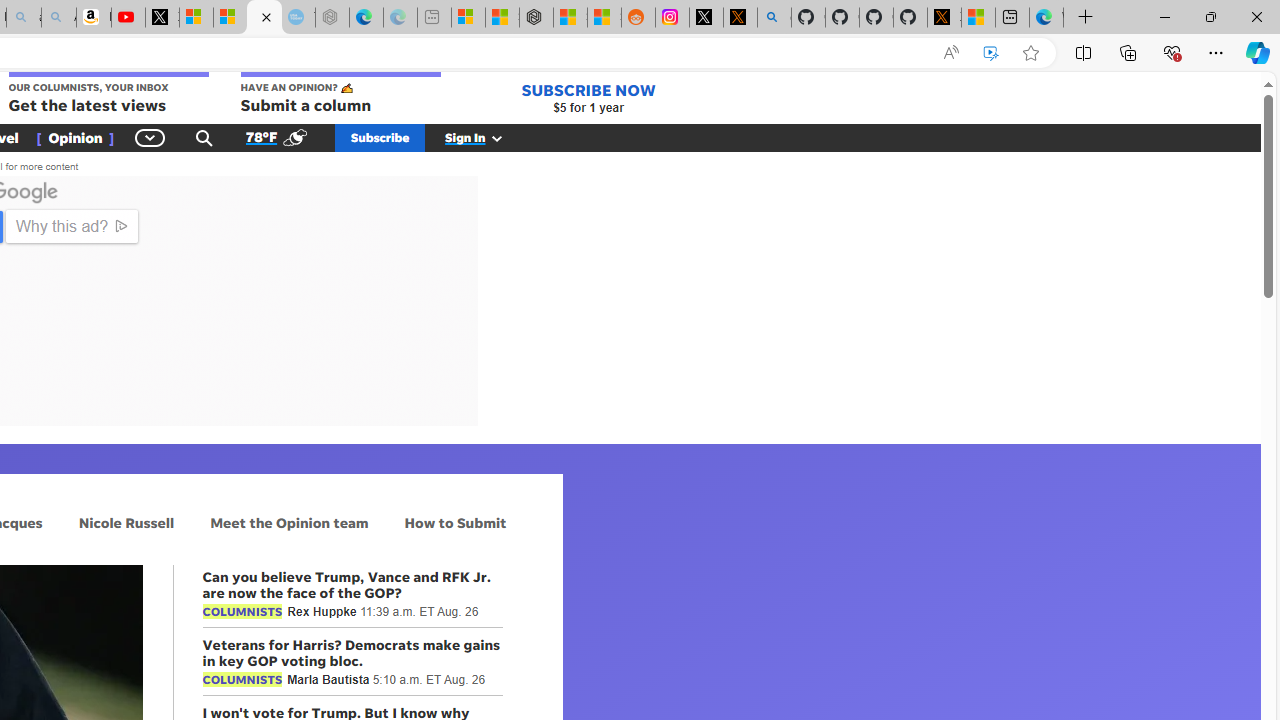  What do you see at coordinates (288, 521) in the screenshot?
I see `'Meet the Opinion team'` at bounding box center [288, 521].